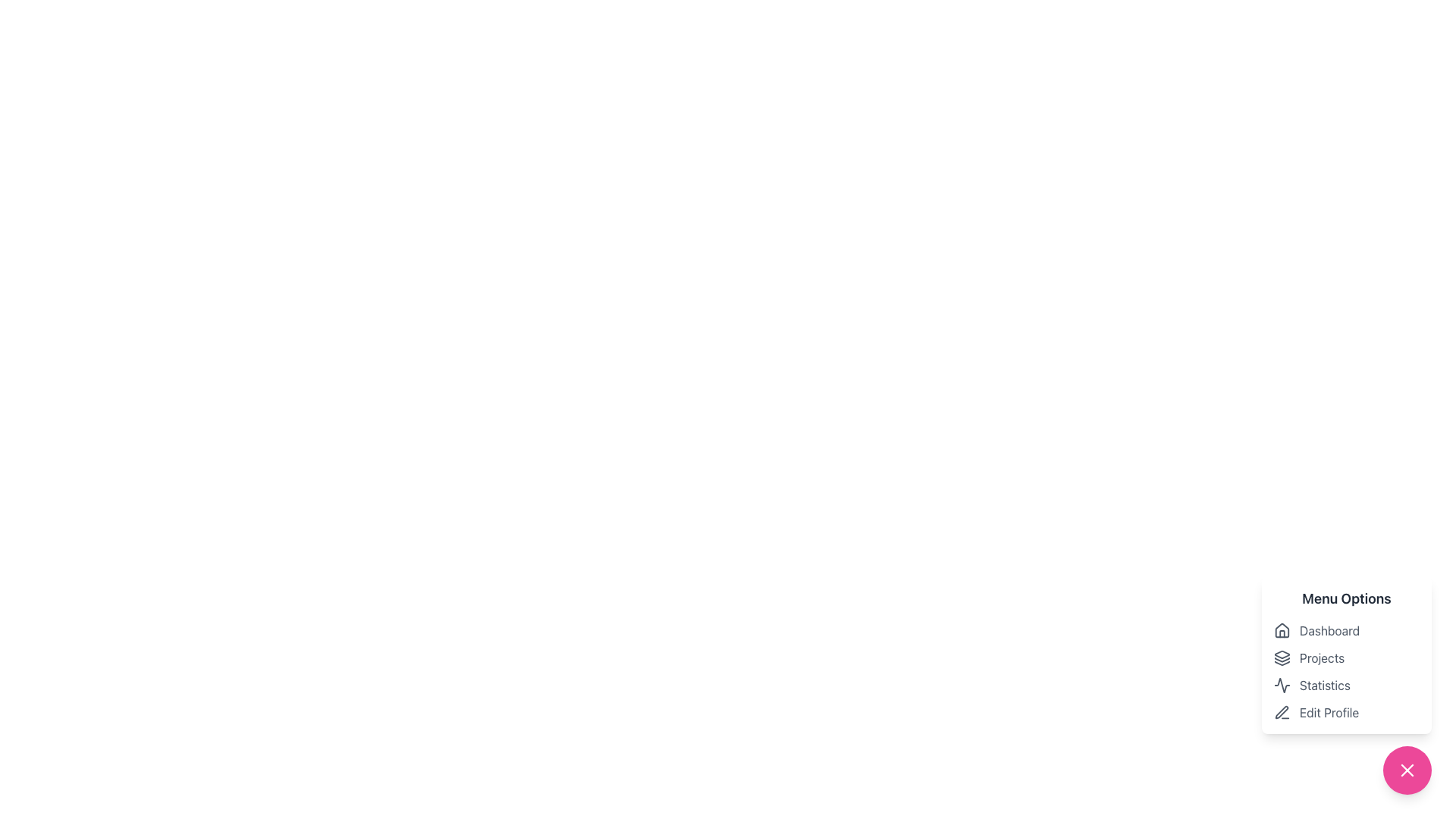 The image size is (1456, 819). What do you see at coordinates (1324, 685) in the screenshot?
I see `text content of the label displaying 'Statistics', which is styled in gray and positioned to the right of a waveform icon within the 'Menu Options'` at bounding box center [1324, 685].